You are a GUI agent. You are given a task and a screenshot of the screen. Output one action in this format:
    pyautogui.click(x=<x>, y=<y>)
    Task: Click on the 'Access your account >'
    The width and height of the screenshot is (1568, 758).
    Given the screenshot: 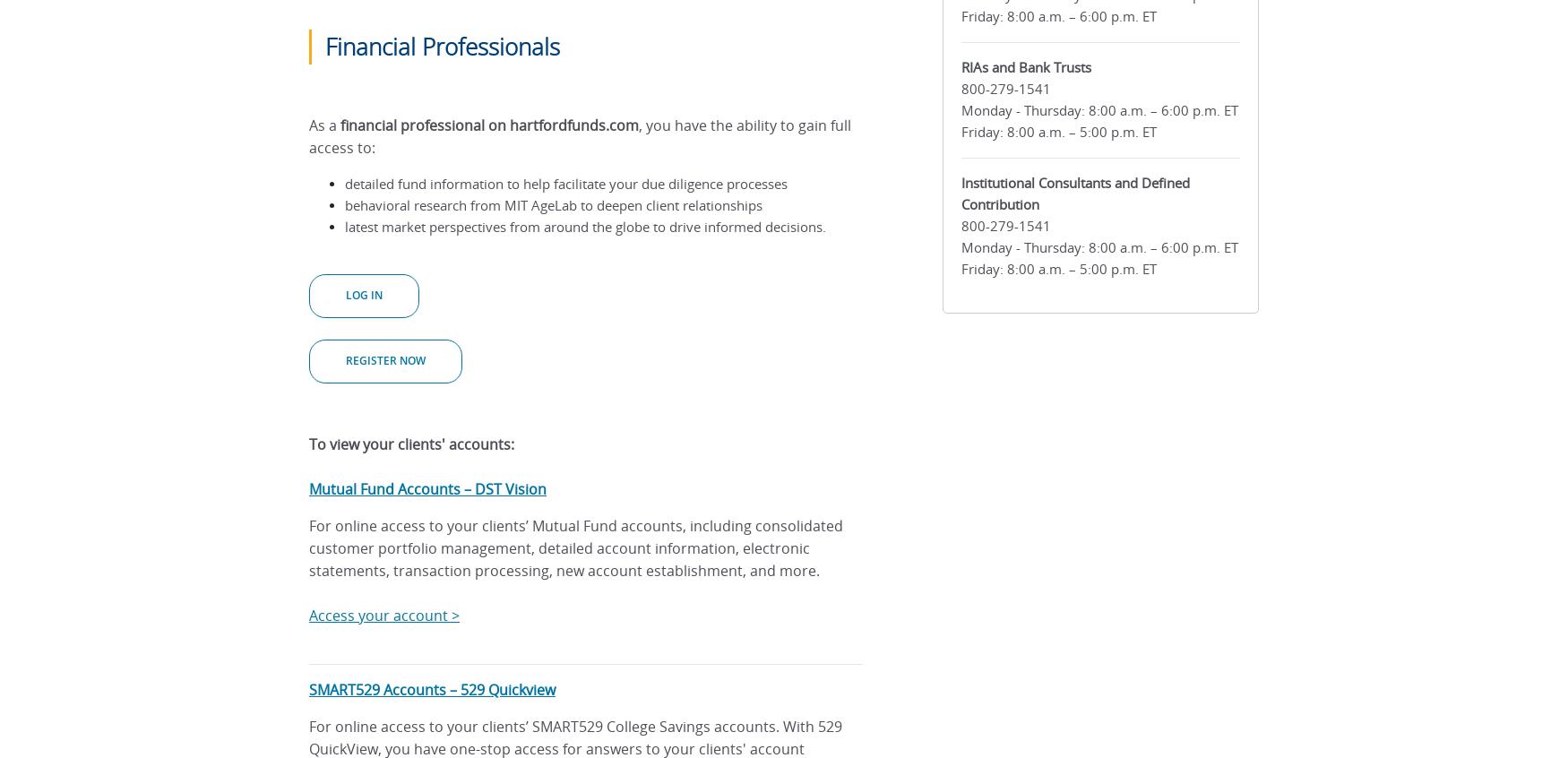 What is the action you would take?
    pyautogui.click(x=383, y=616)
    